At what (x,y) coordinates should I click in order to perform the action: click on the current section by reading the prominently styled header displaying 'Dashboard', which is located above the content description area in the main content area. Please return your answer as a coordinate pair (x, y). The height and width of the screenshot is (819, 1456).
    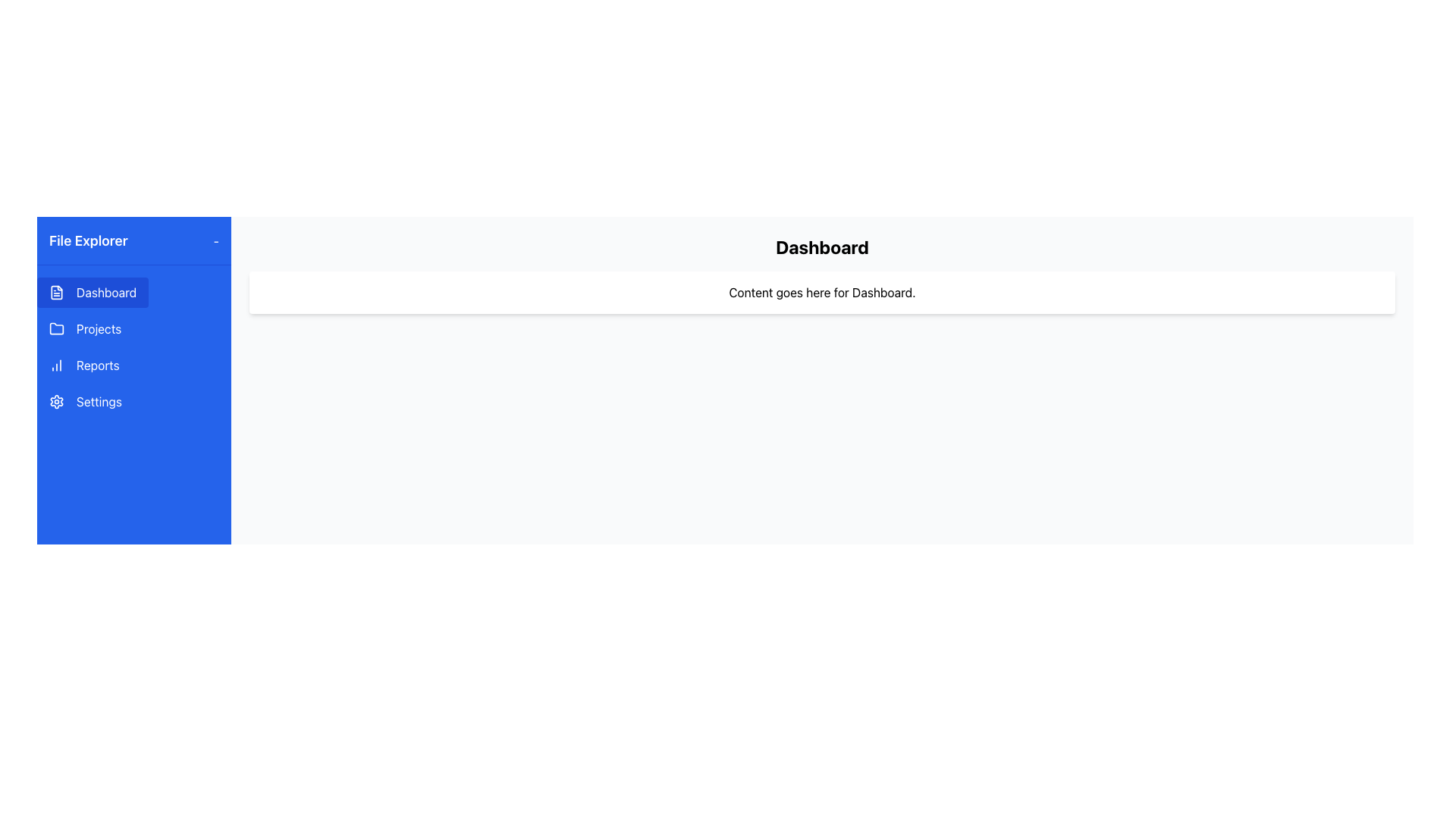
    Looking at the image, I should click on (821, 246).